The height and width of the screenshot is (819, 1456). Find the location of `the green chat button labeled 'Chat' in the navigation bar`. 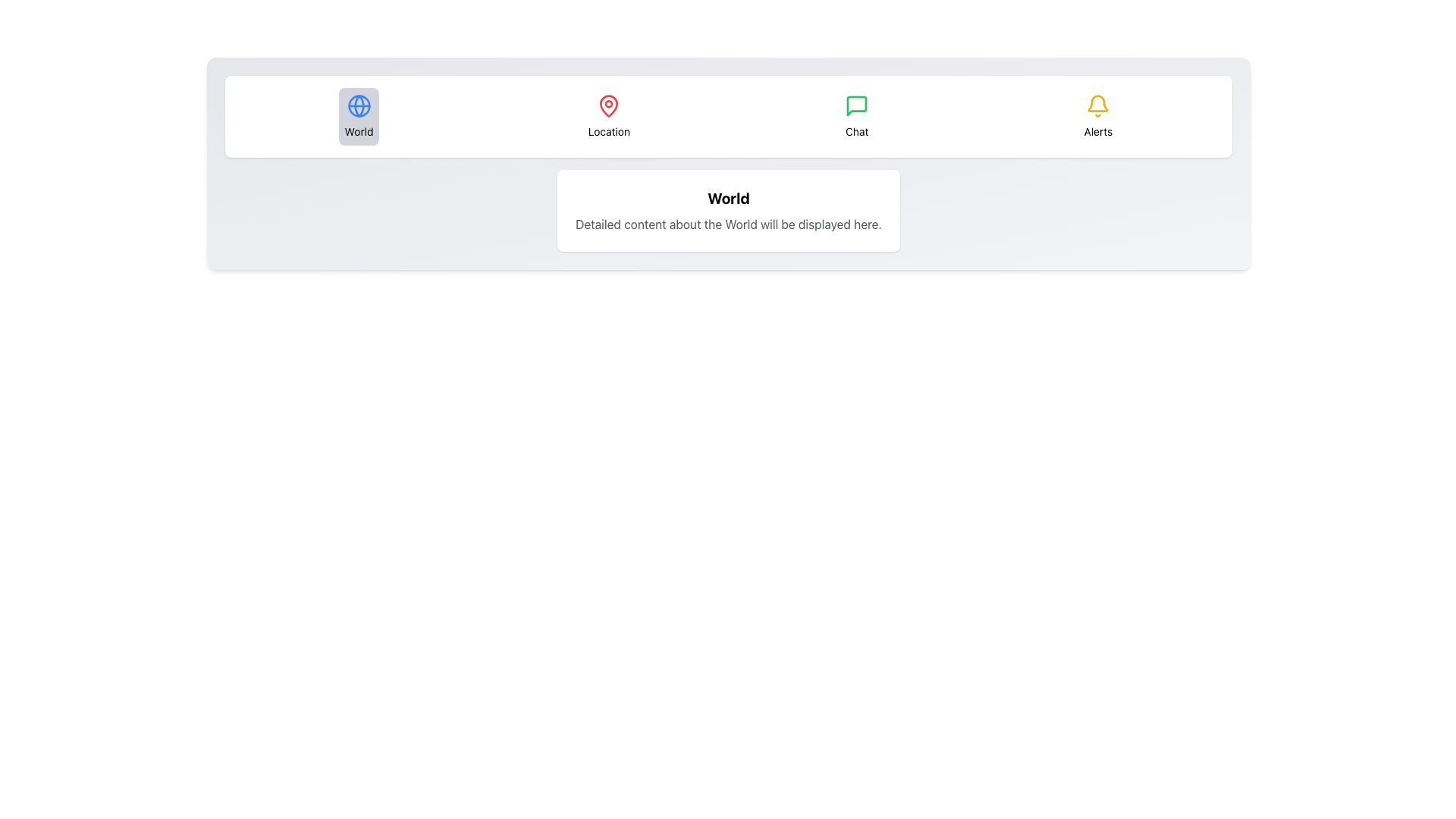

the green chat button labeled 'Chat' in the navigation bar is located at coordinates (857, 116).